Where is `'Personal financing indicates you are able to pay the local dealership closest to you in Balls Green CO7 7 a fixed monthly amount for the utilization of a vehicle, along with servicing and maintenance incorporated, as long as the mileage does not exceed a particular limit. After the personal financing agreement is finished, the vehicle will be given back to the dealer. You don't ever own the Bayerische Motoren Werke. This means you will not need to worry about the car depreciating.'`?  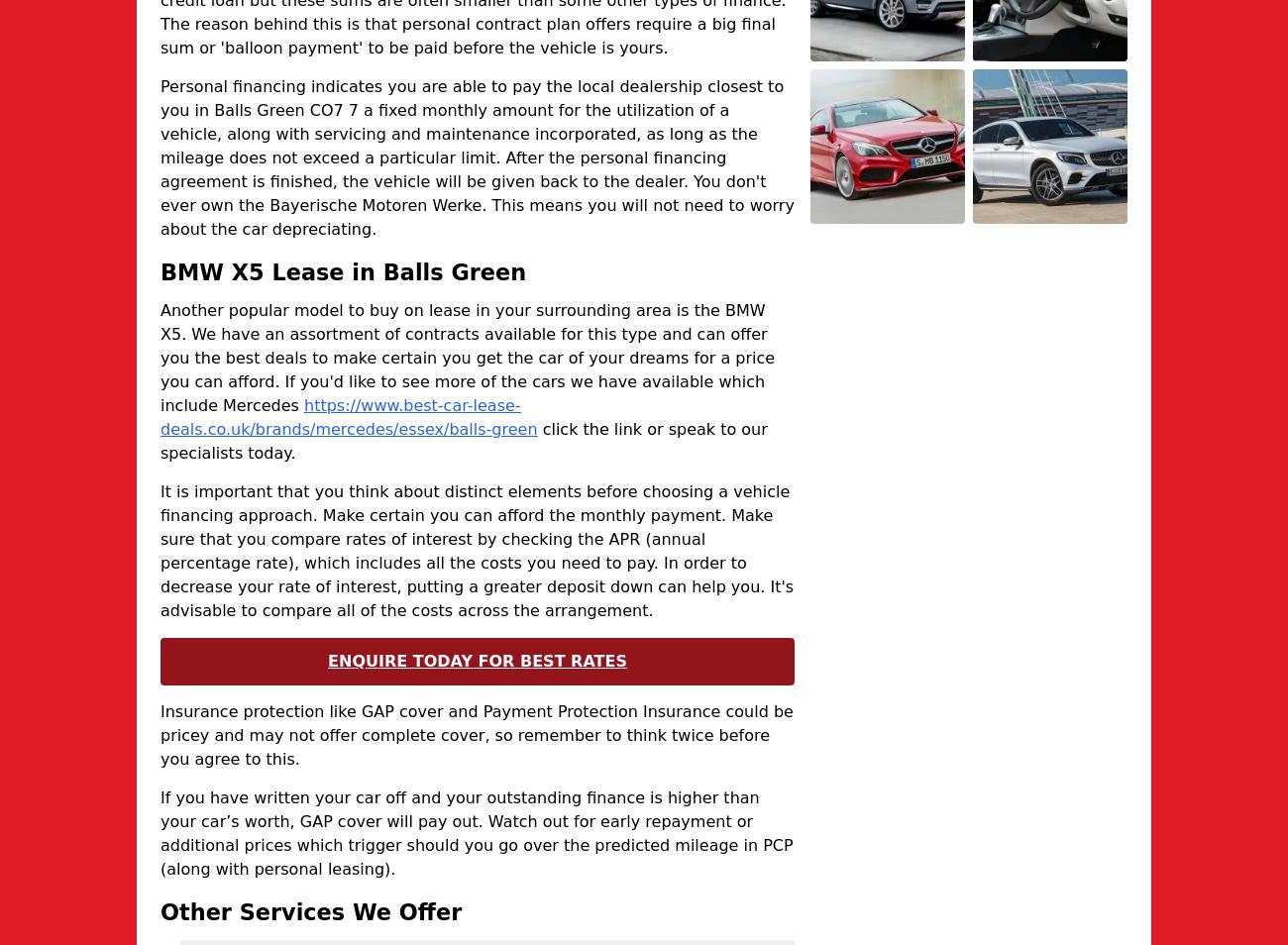
'Personal financing indicates you are able to pay the local dealership closest to you in Balls Green CO7 7 a fixed monthly amount for the utilization of a vehicle, along with servicing and maintenance incorporated, as long as the mileage does not exceed a particular limit. After the personal financing agreement is finished, the vehicle will be given back to the dealer. You don't ever own the Bayerische Motoren Werke. This means you will not need to worry about the car depreciating.' is located at coordinates (159, 156).